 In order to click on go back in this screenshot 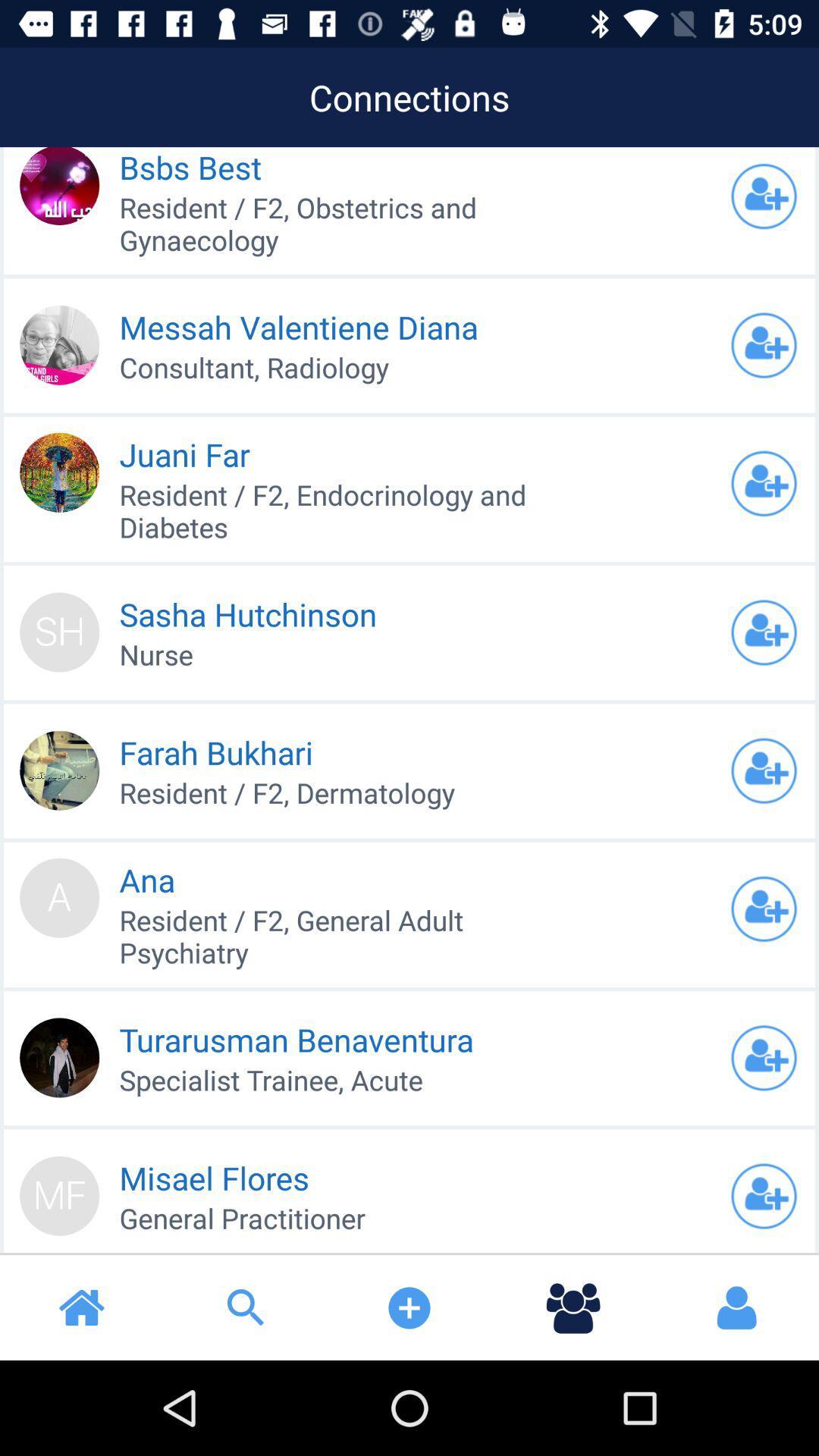, I will do `click(764, 482)`.